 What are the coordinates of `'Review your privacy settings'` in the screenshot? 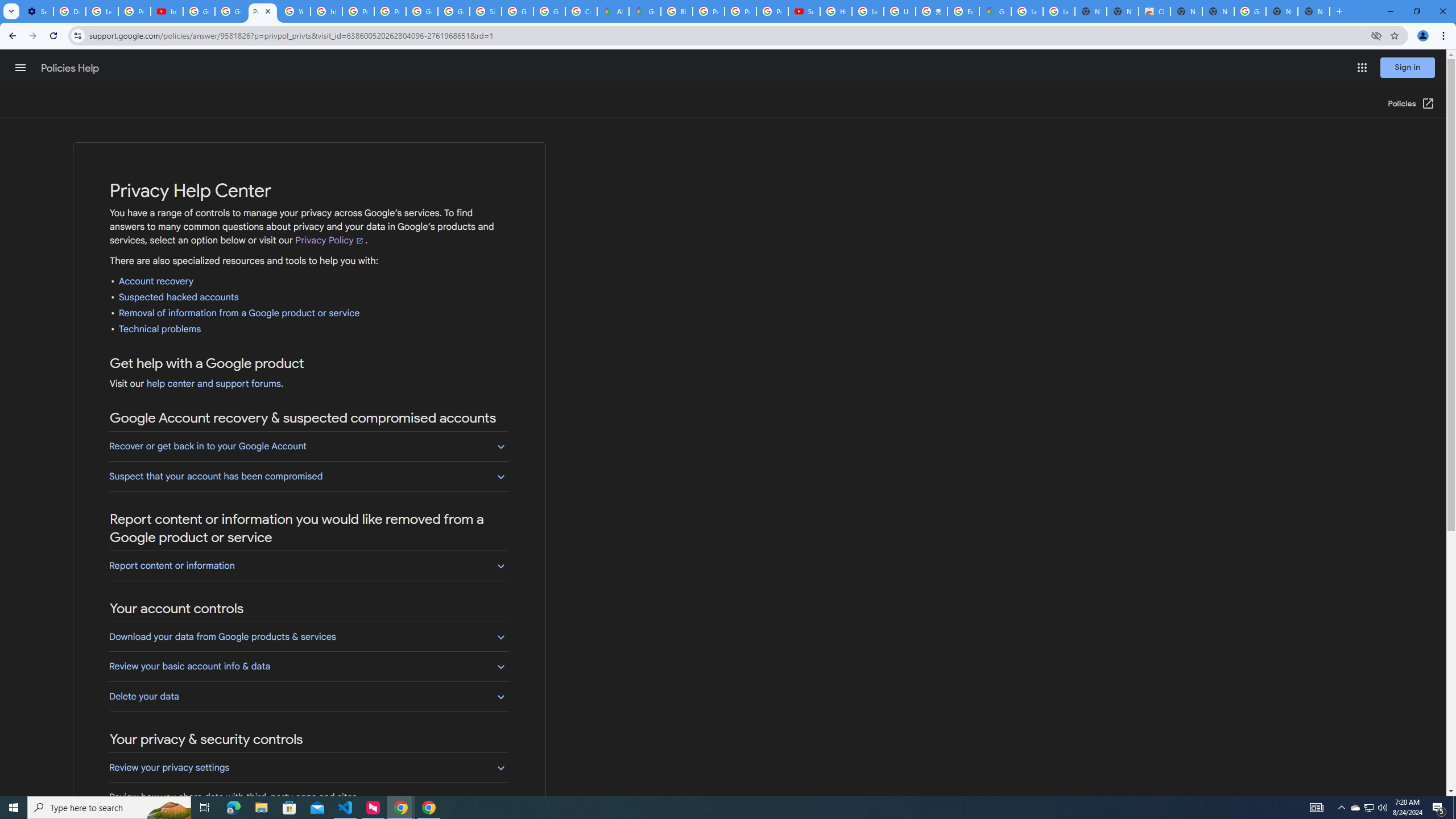 It's located at (308, 767).